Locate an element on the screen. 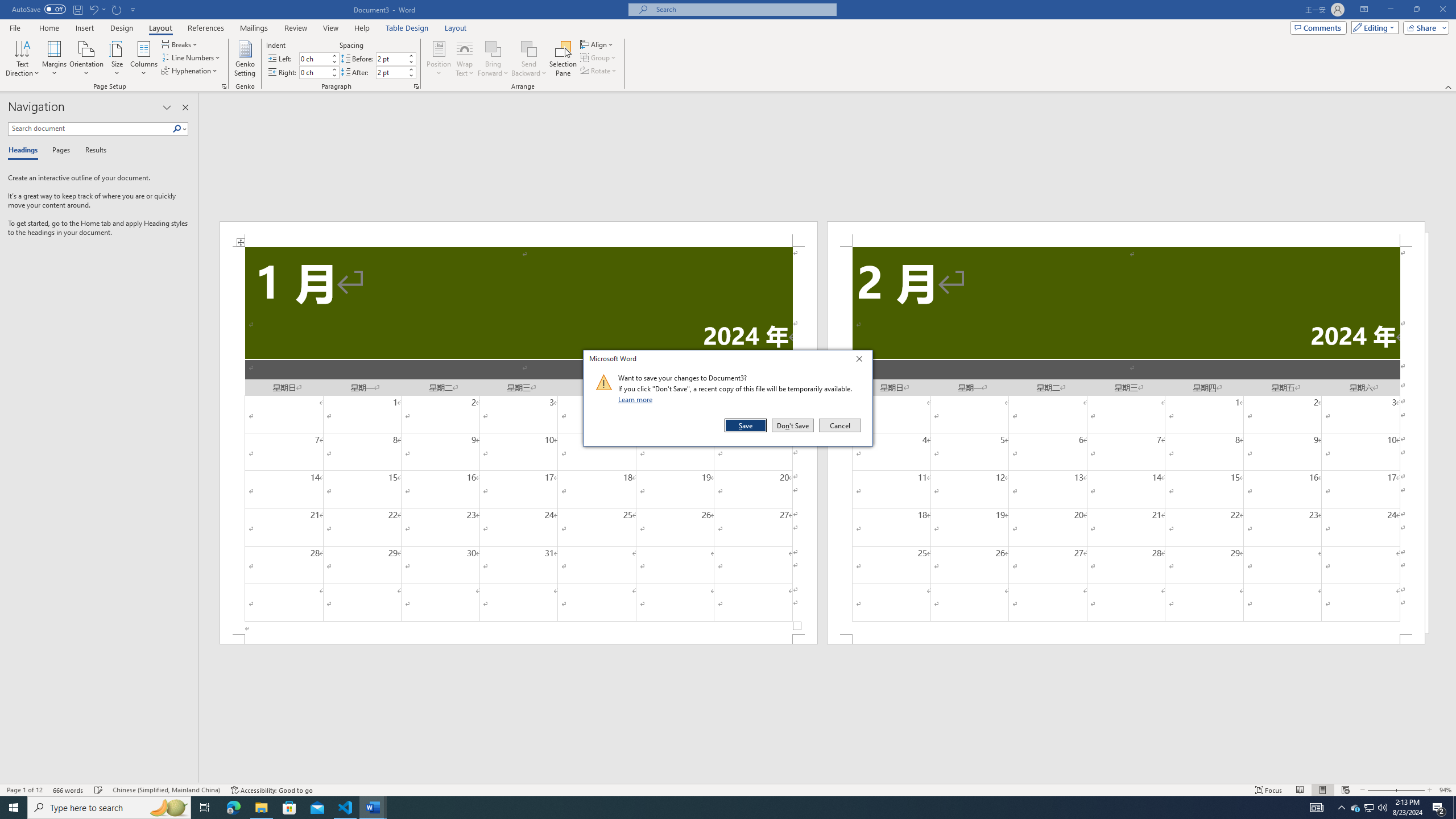 The height and width of the screenshot is (819, 1456). 'Collapse the Ribbon' is located at coordinates (1449, 87).